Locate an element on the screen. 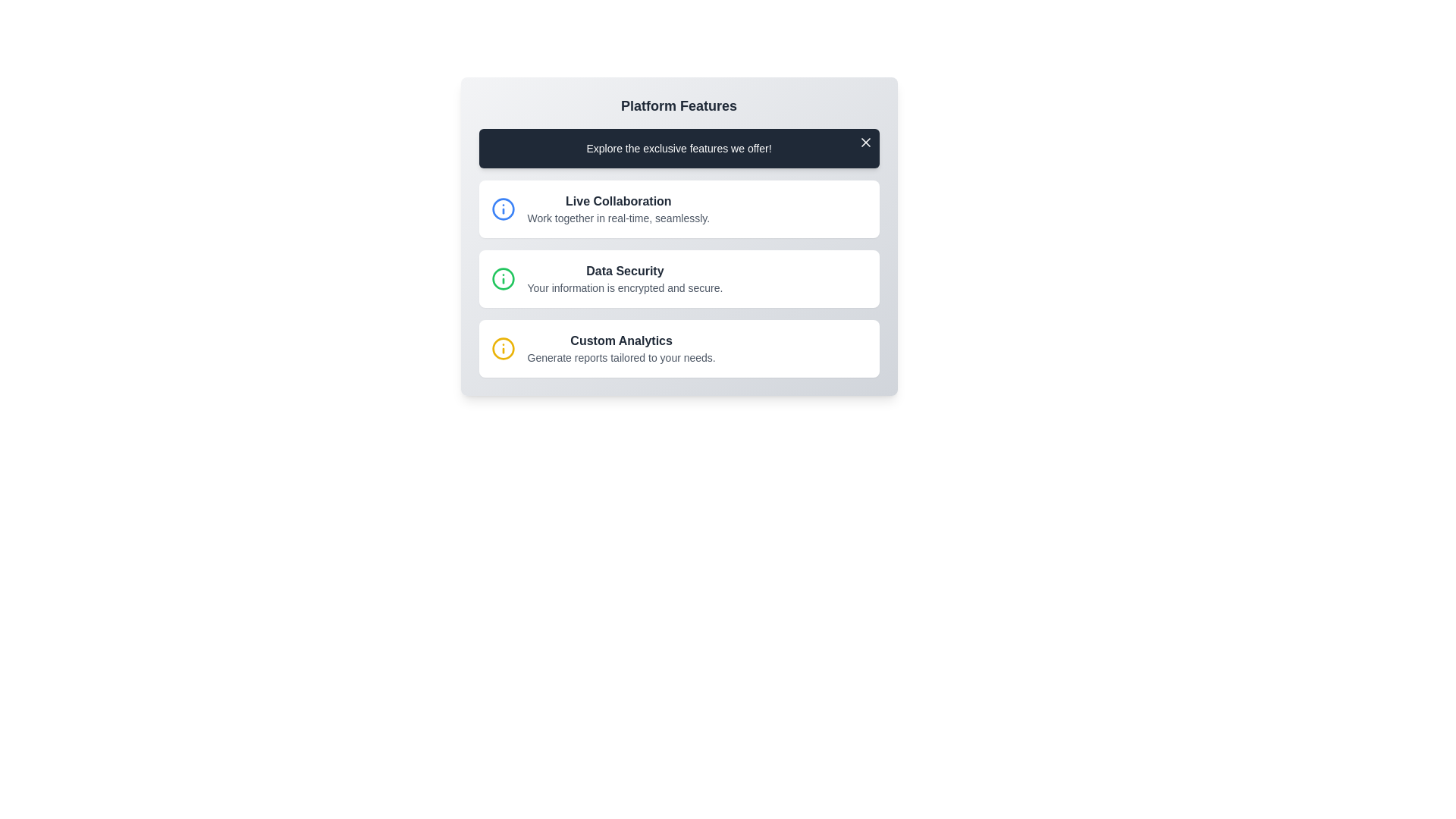 The height and width of the screenshot is (819, 1456). the icon located to the left of the 'Live Collaboration' title in the topmost feature card is located at coordinates (503, 209).